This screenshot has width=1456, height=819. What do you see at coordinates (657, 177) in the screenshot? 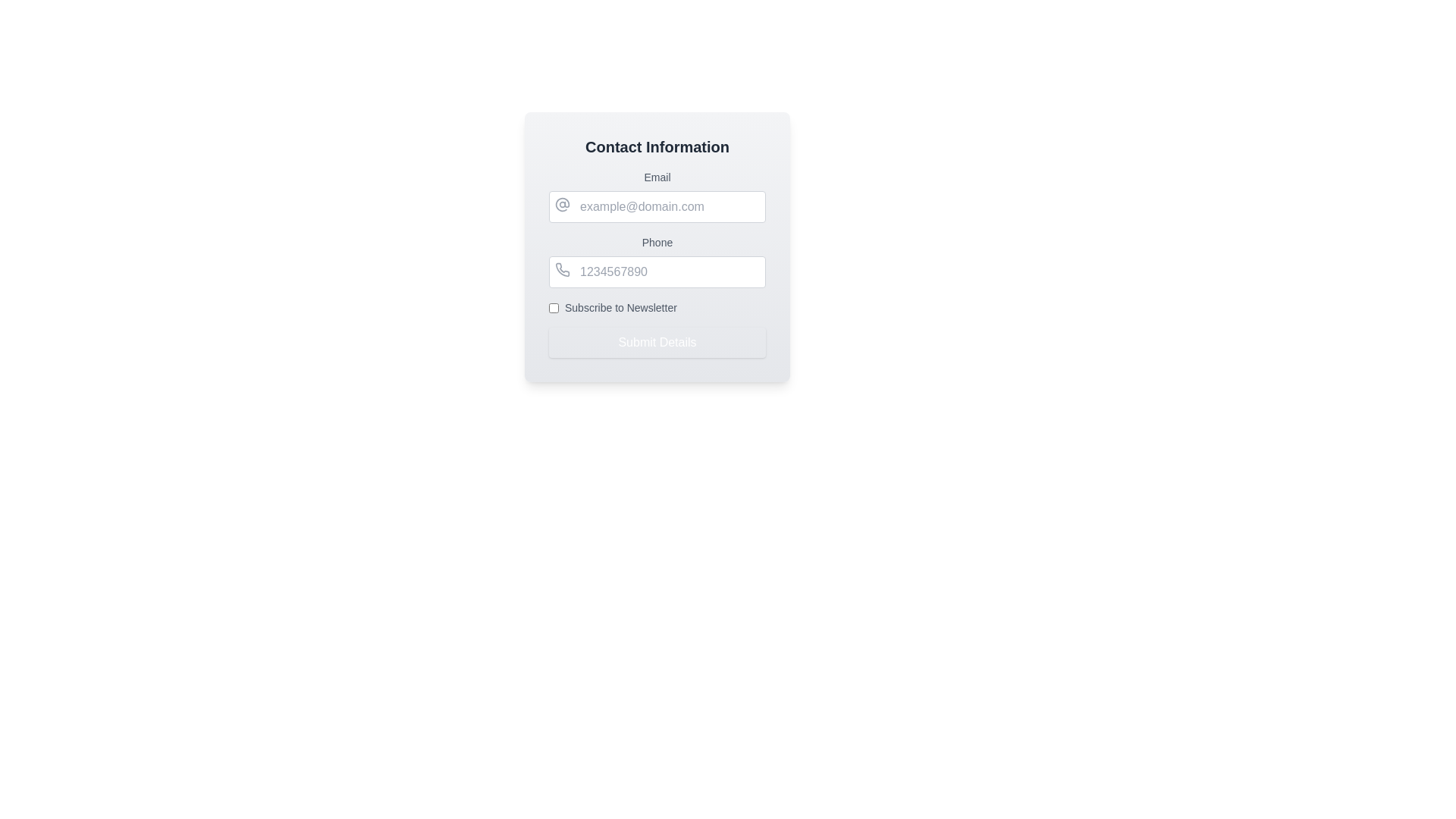
I see `the text label that describes the email input field located above the input box with placeholder text 'example@domain.com'` at bounding box center [657, 177].